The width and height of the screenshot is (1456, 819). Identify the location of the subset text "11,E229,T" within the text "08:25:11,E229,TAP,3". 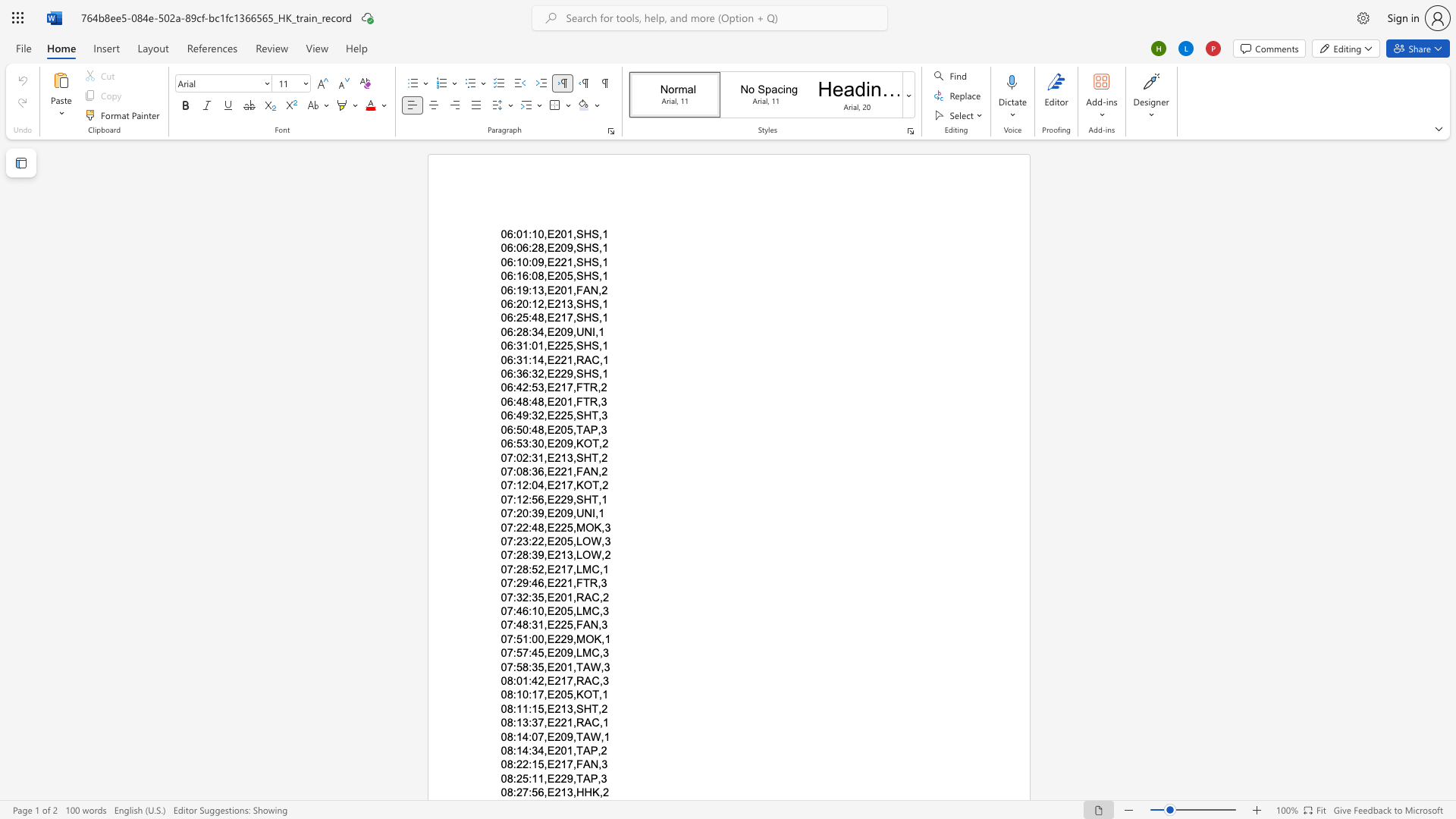
(532, 778).